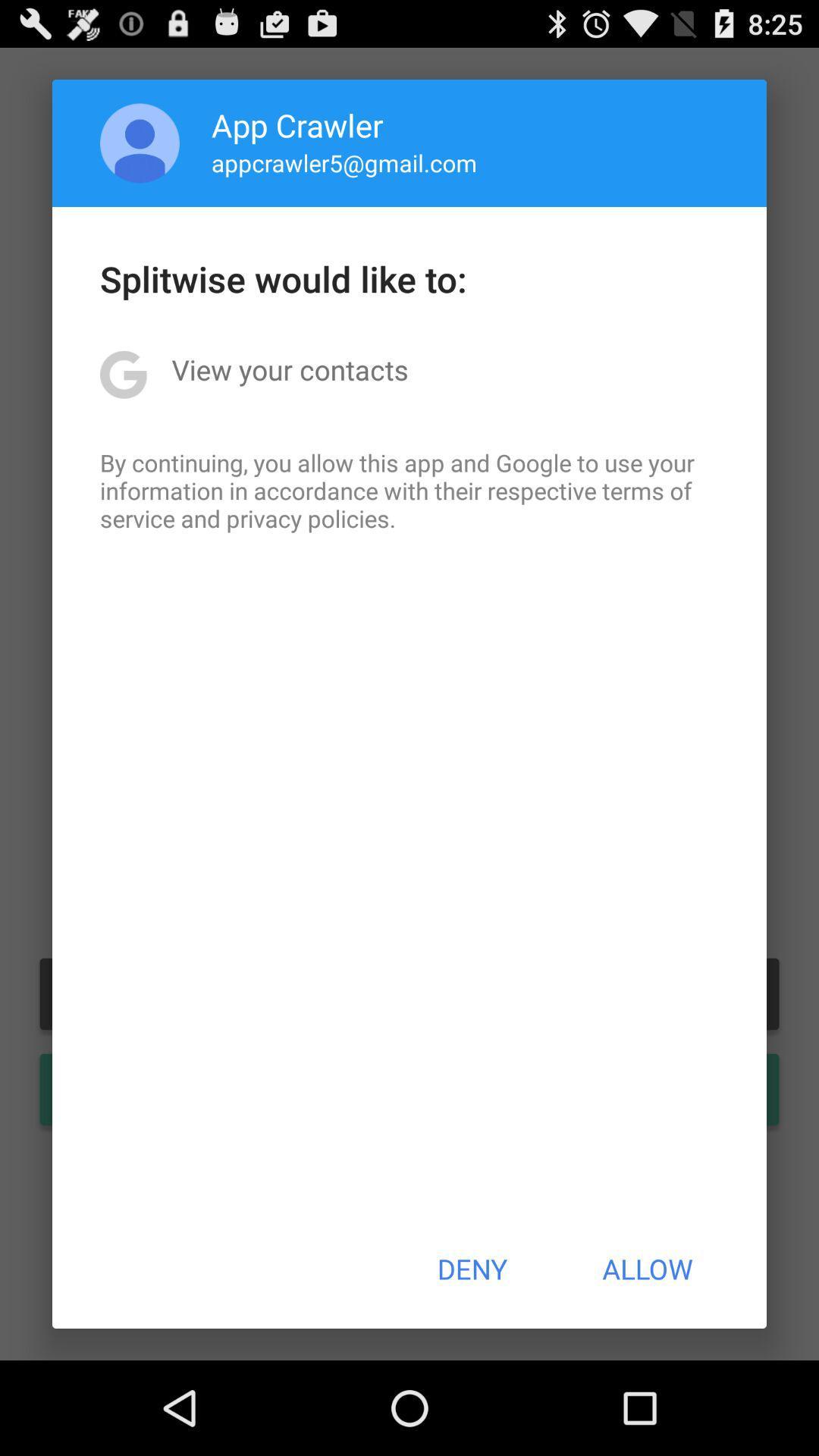 Image resolution: width=819 pixels, height=1456 pixels. What do you see at coordinates (140, 143) in the screenshot?
I see `icon above the splitwise would like item` at bounding box center [140, 143].